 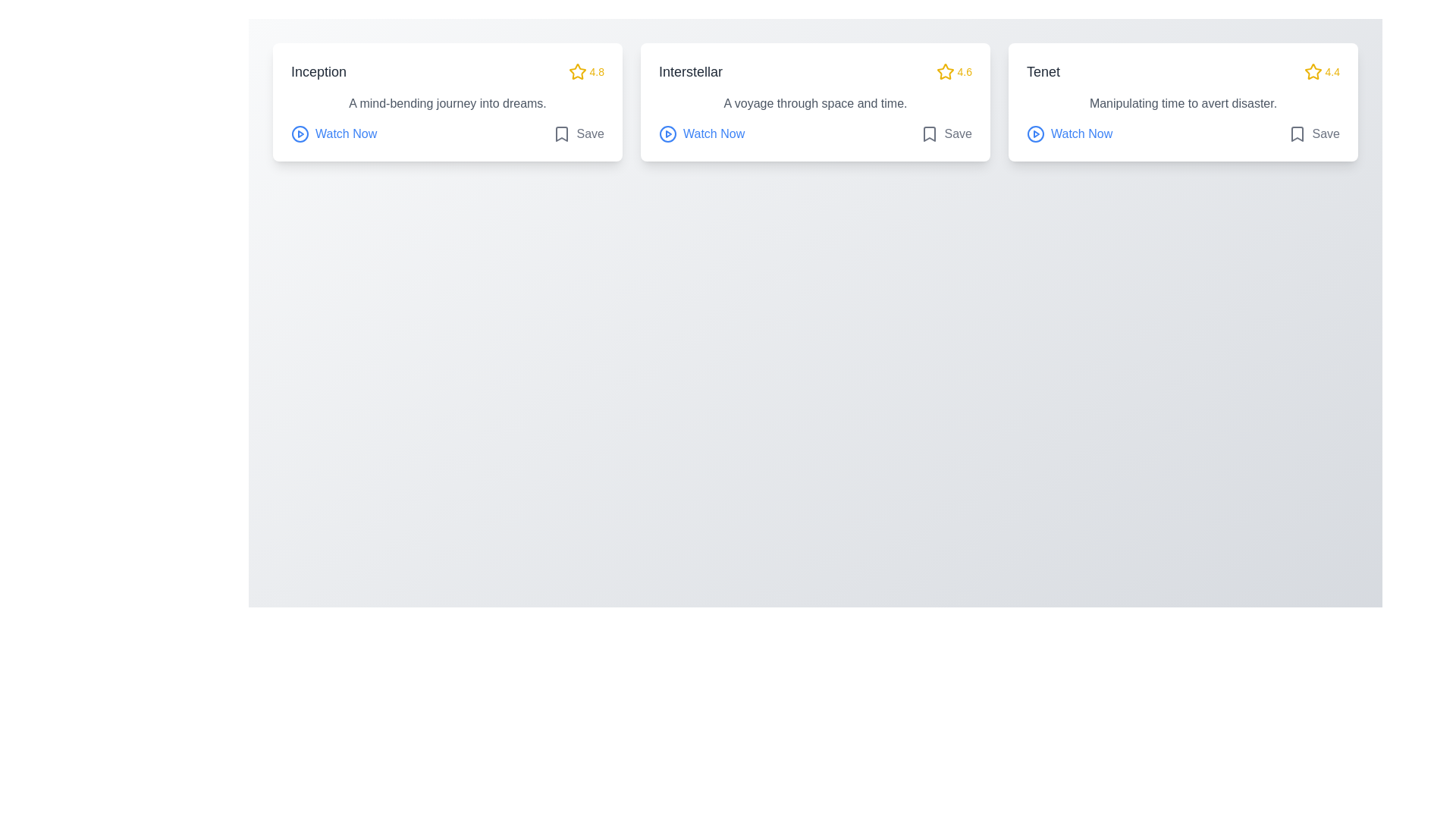 I want to click on the save button located in the bottom-right corner of the second card in a horizontal list of cards, so click(x=945, y=133).